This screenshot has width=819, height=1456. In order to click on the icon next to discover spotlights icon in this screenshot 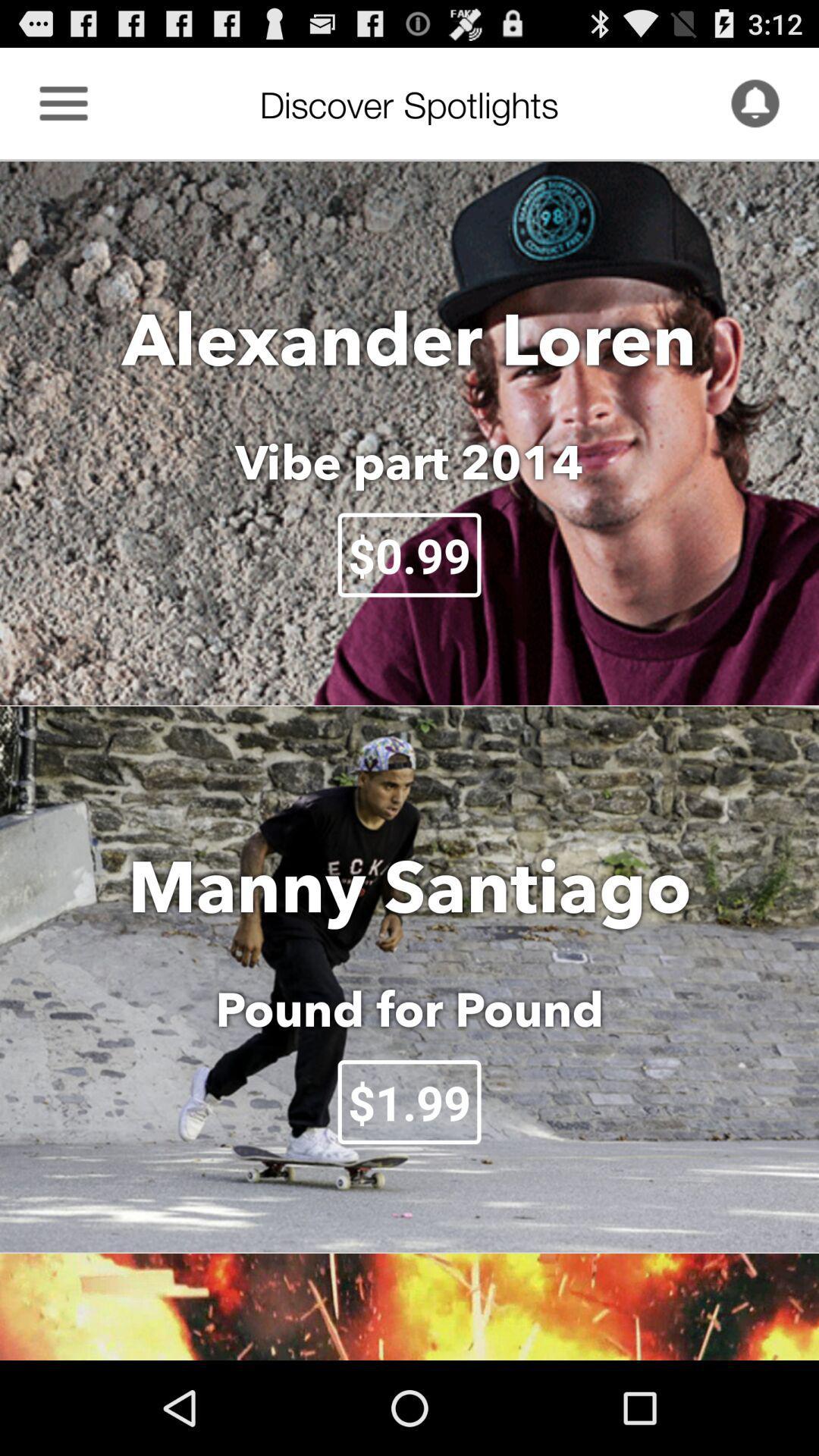, I will do `click(63, 102)`.